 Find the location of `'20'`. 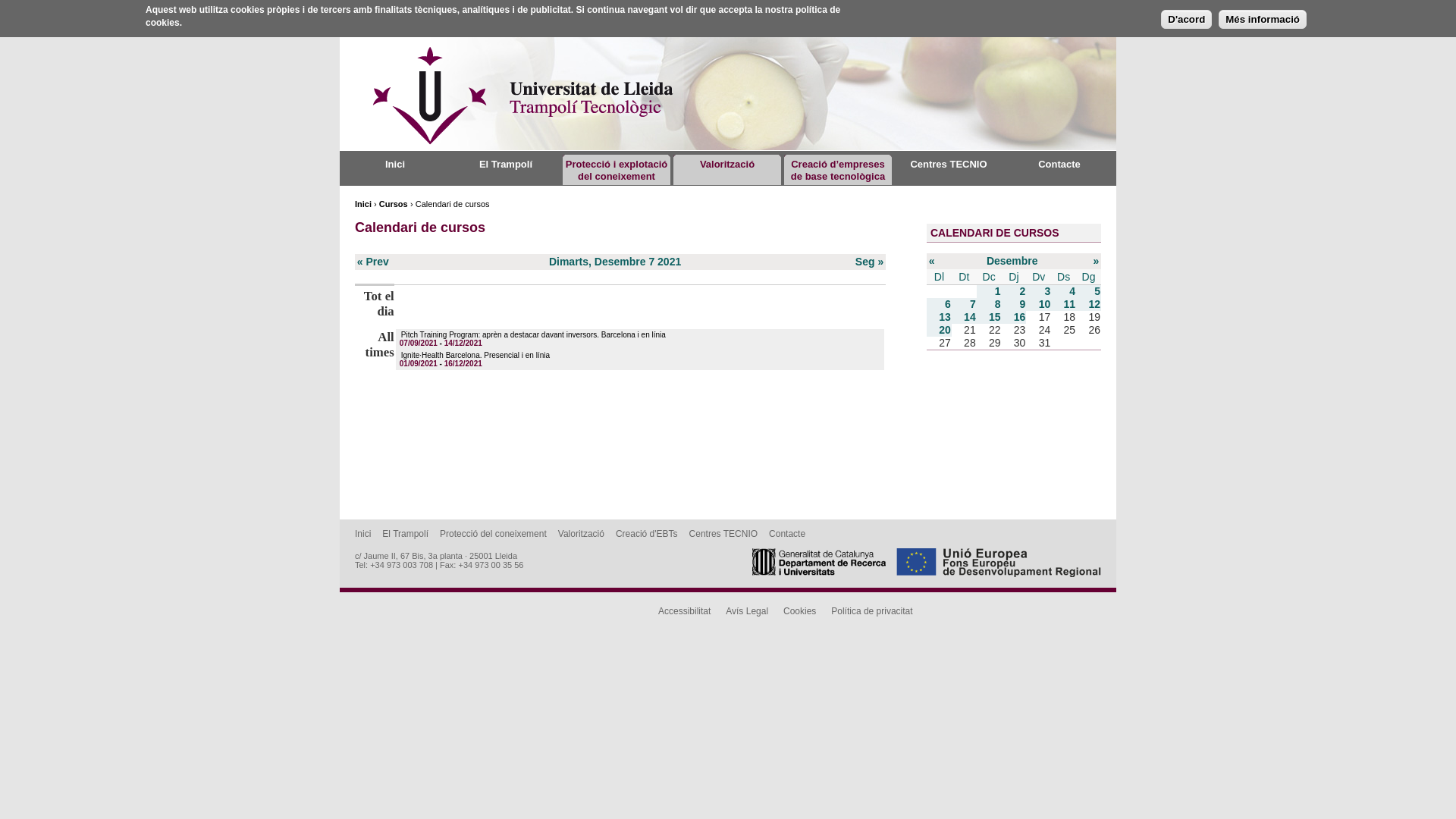

'20' is located at coordinates (944, 329).